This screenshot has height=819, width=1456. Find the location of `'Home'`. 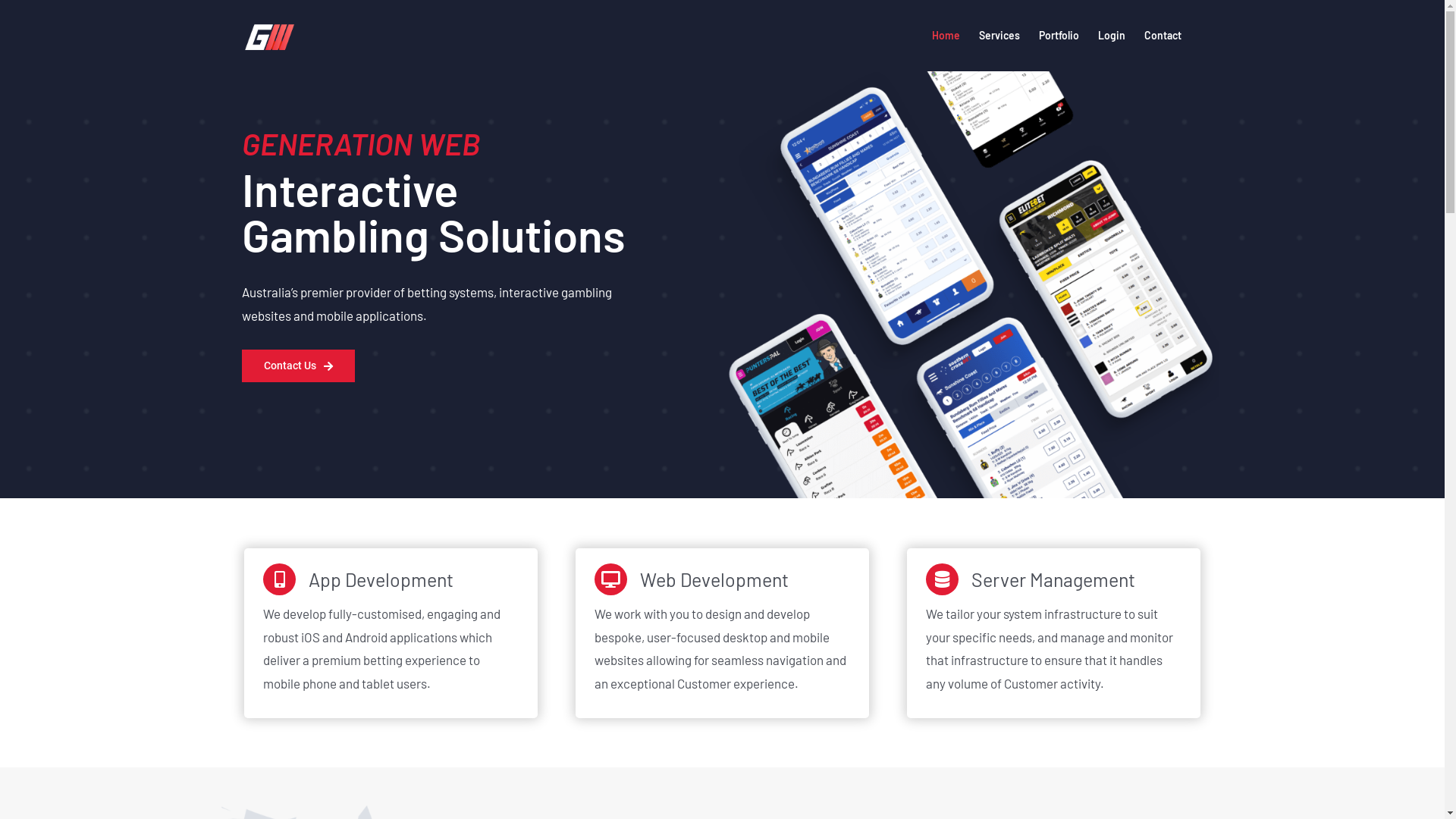

'Home' is located at coordinates (944, 34).